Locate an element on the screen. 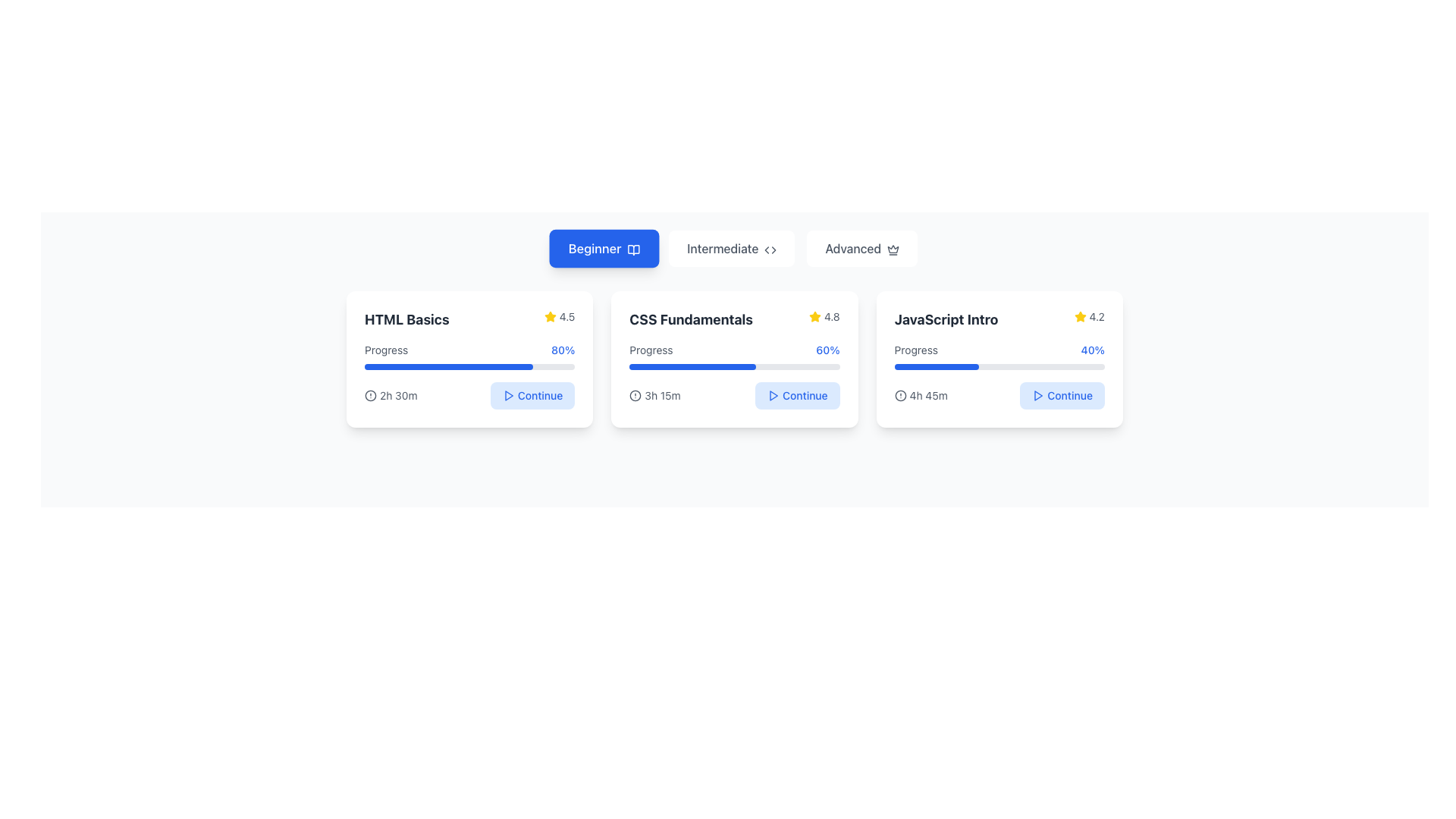 The height and width of the screenshot is (819, 1456). the 'play/continue' icon located within the 'Continue' button under the 'CSS Fundamentals' card is located at coordinates (773, 394).